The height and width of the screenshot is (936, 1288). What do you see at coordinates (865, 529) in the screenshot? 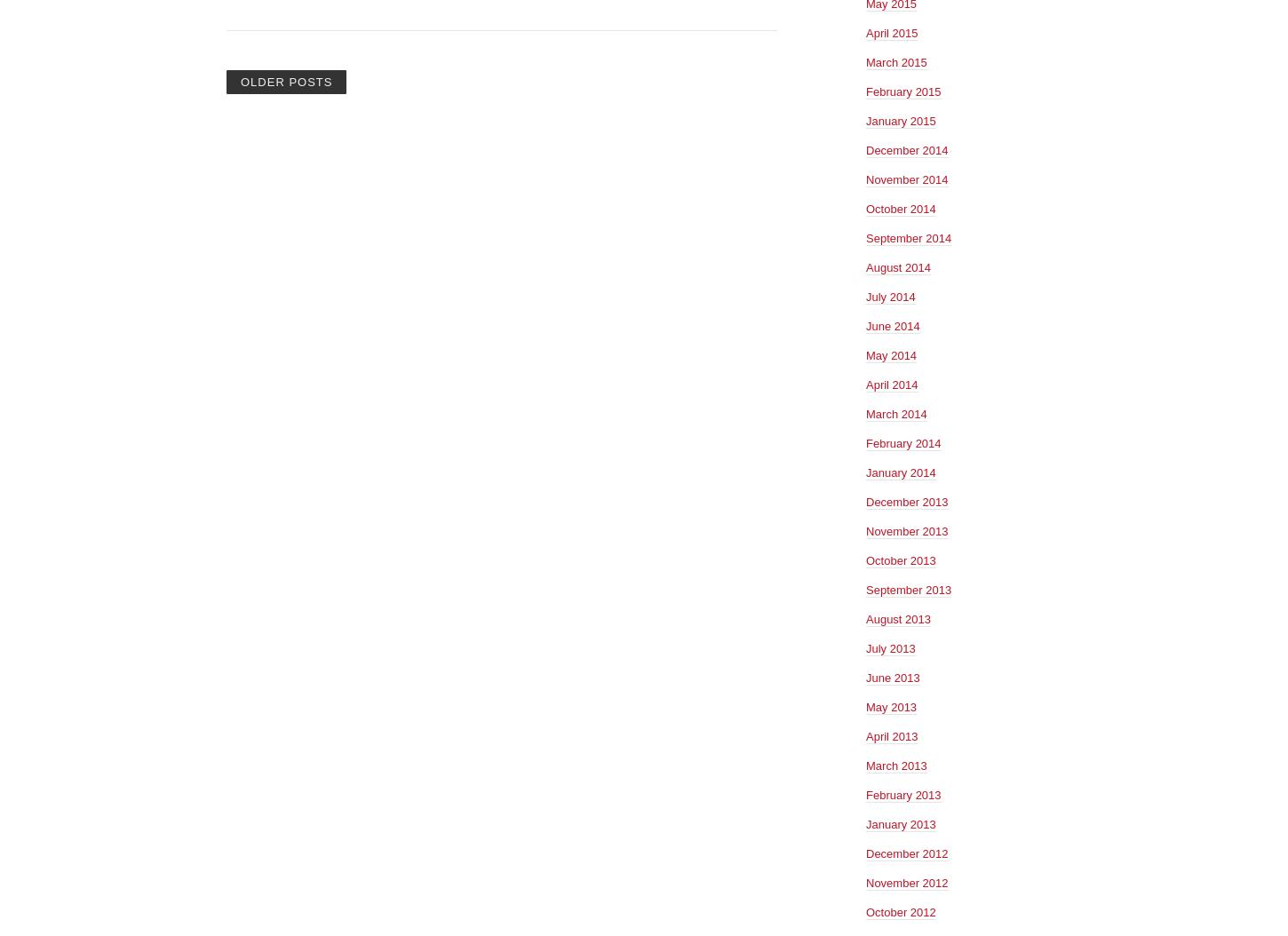
I see `'November 2013'` at bounding box center [865, 529].